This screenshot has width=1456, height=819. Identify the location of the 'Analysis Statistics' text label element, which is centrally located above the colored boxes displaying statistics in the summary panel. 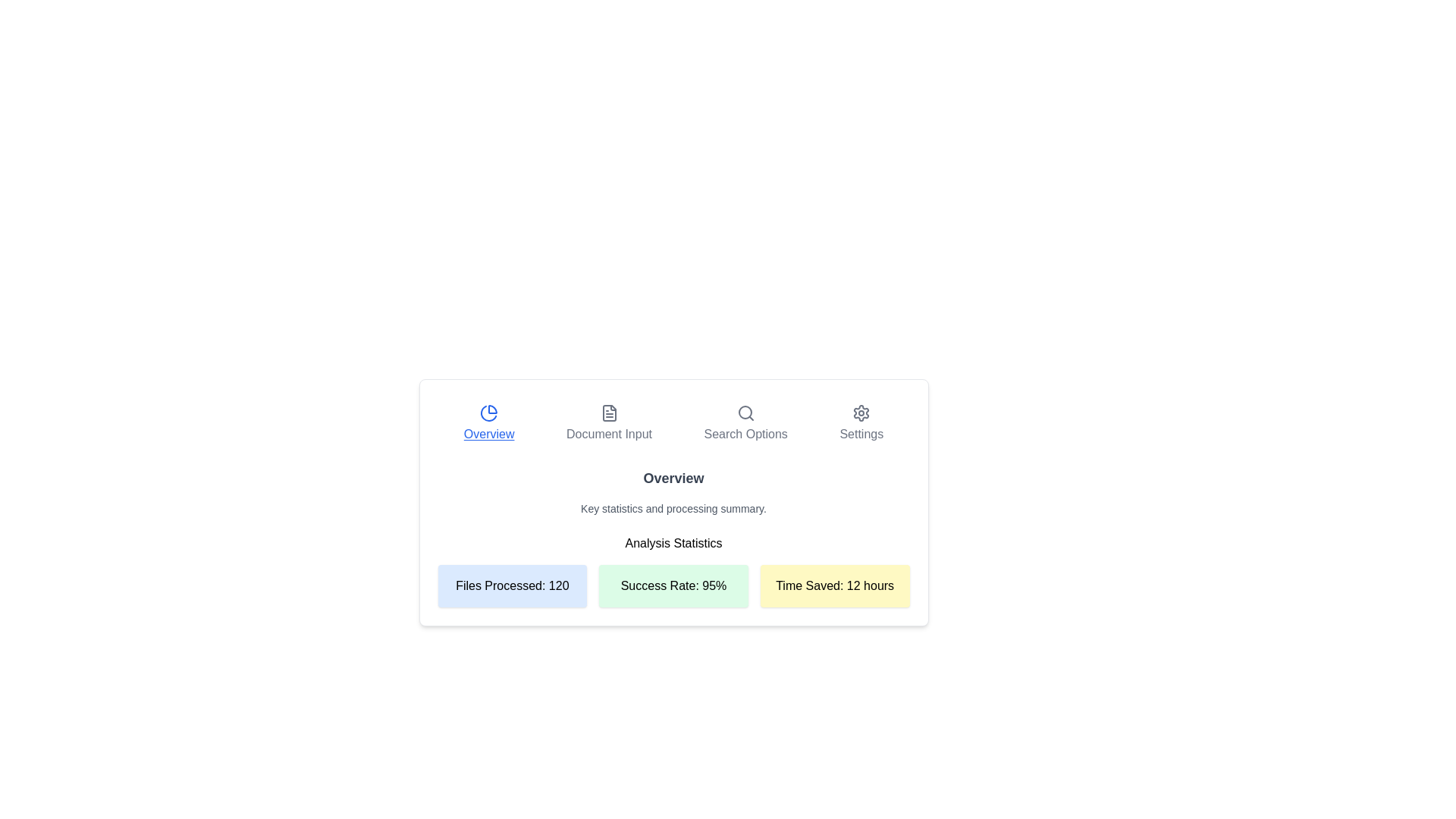
(673, 537).